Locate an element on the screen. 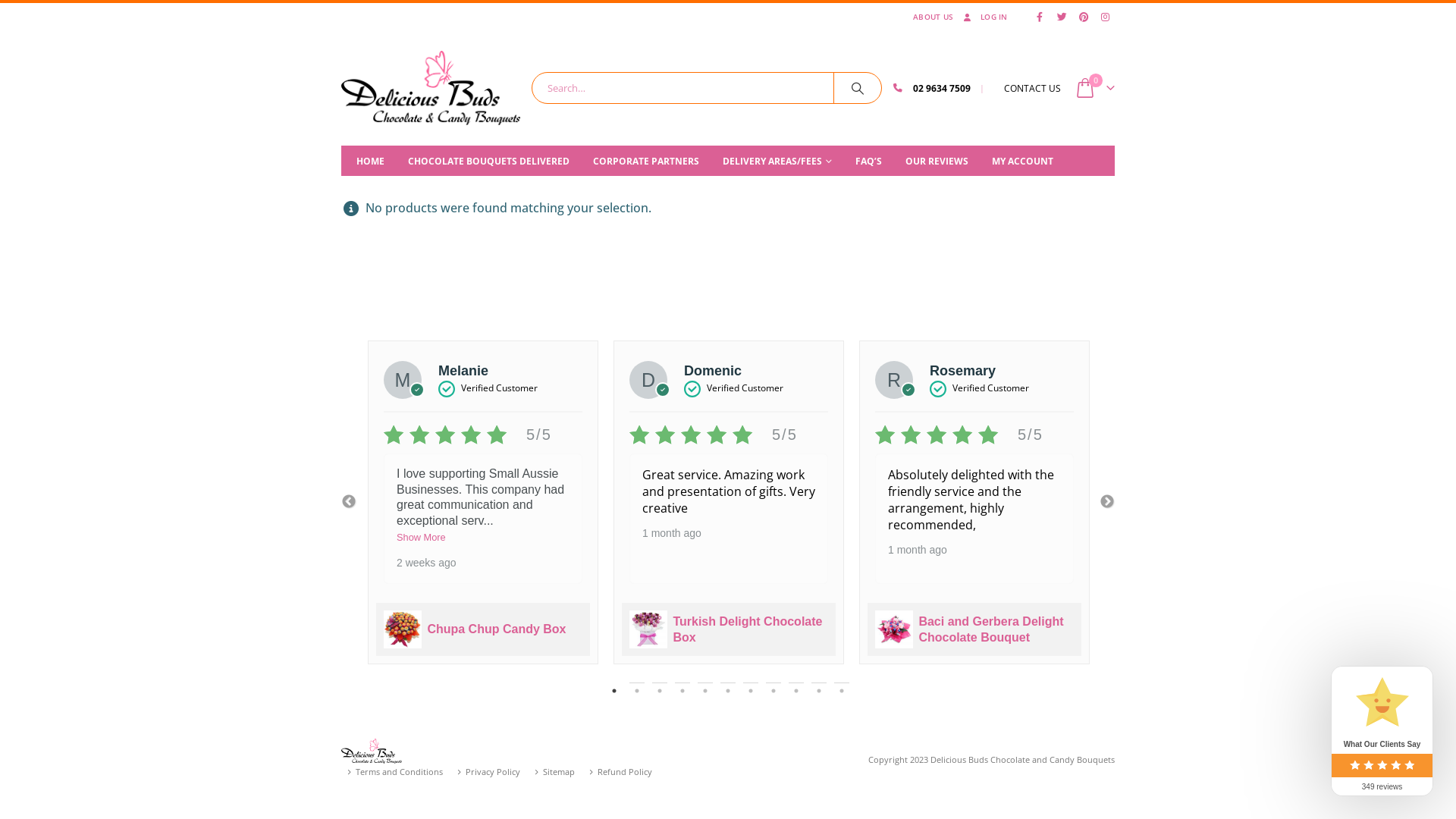  'Terms and Conditions' is located at coordinates (399, 771).